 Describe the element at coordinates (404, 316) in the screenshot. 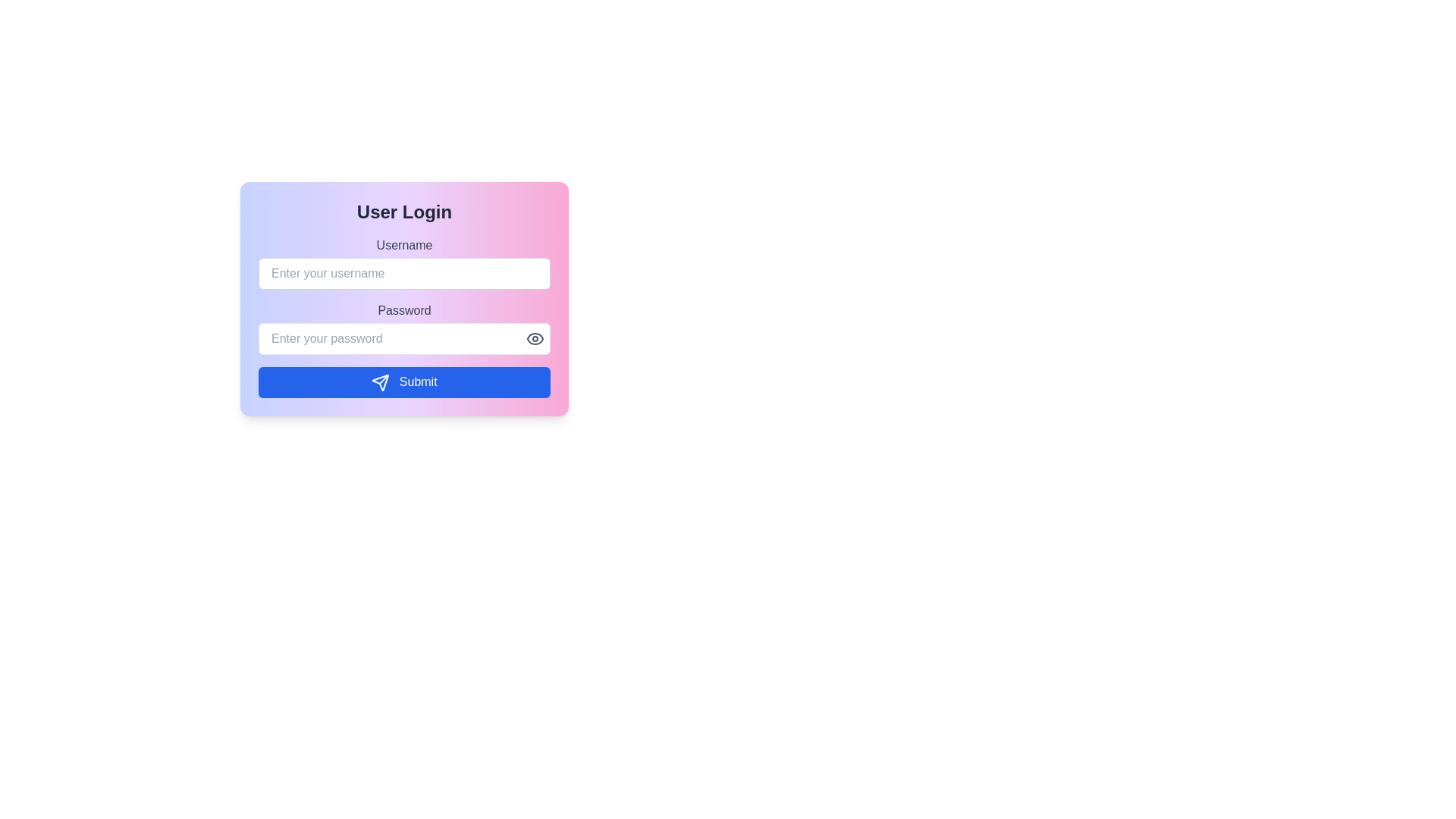

I see `Text Label indicating the purpose of the adjacent password input field, which is located in the second section of the form, below the 'Username' input` at that location.